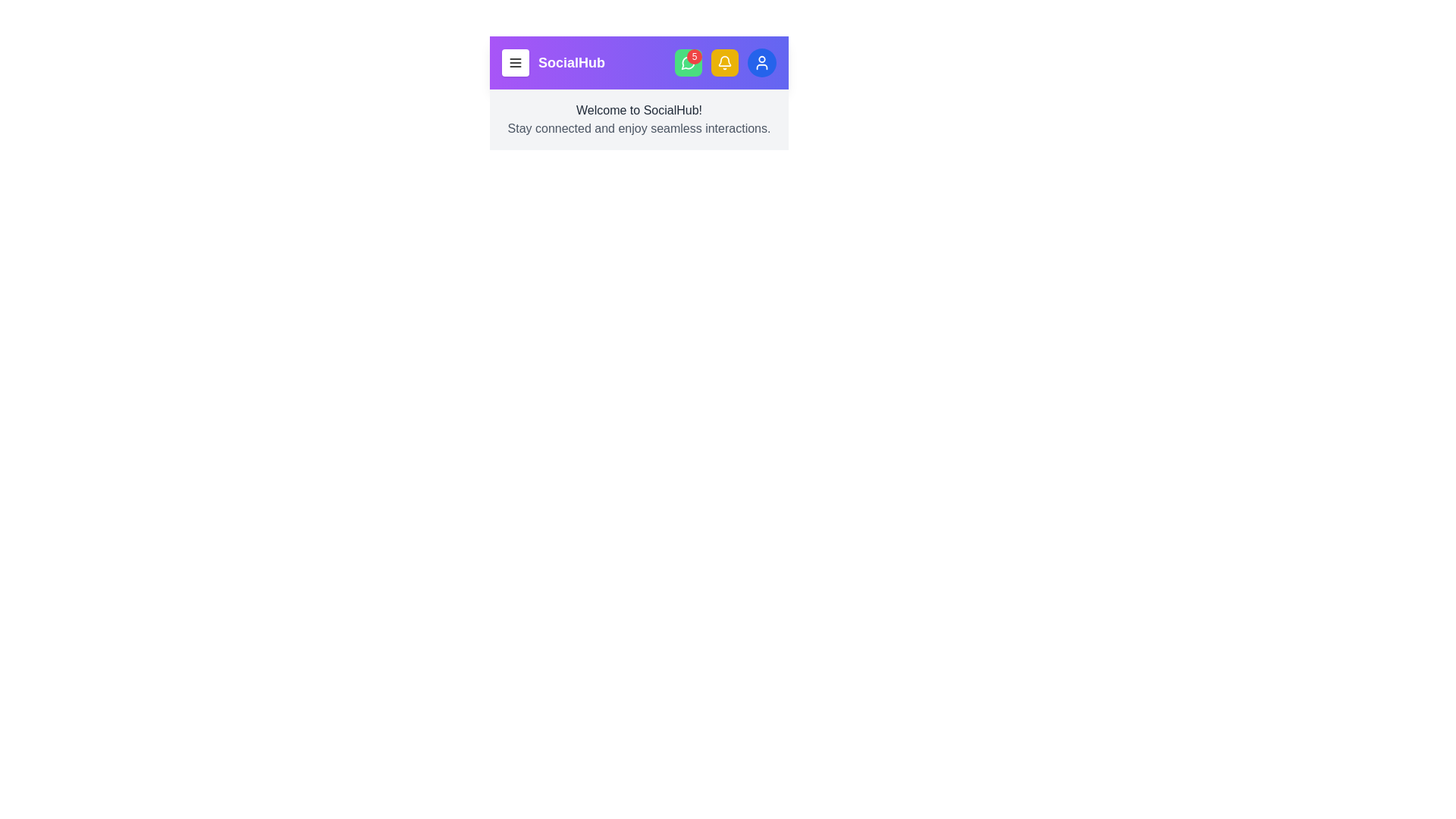 This screenshot has width=1456, height=819. I want to click on the user profile button to access account options, so click(761, 62).